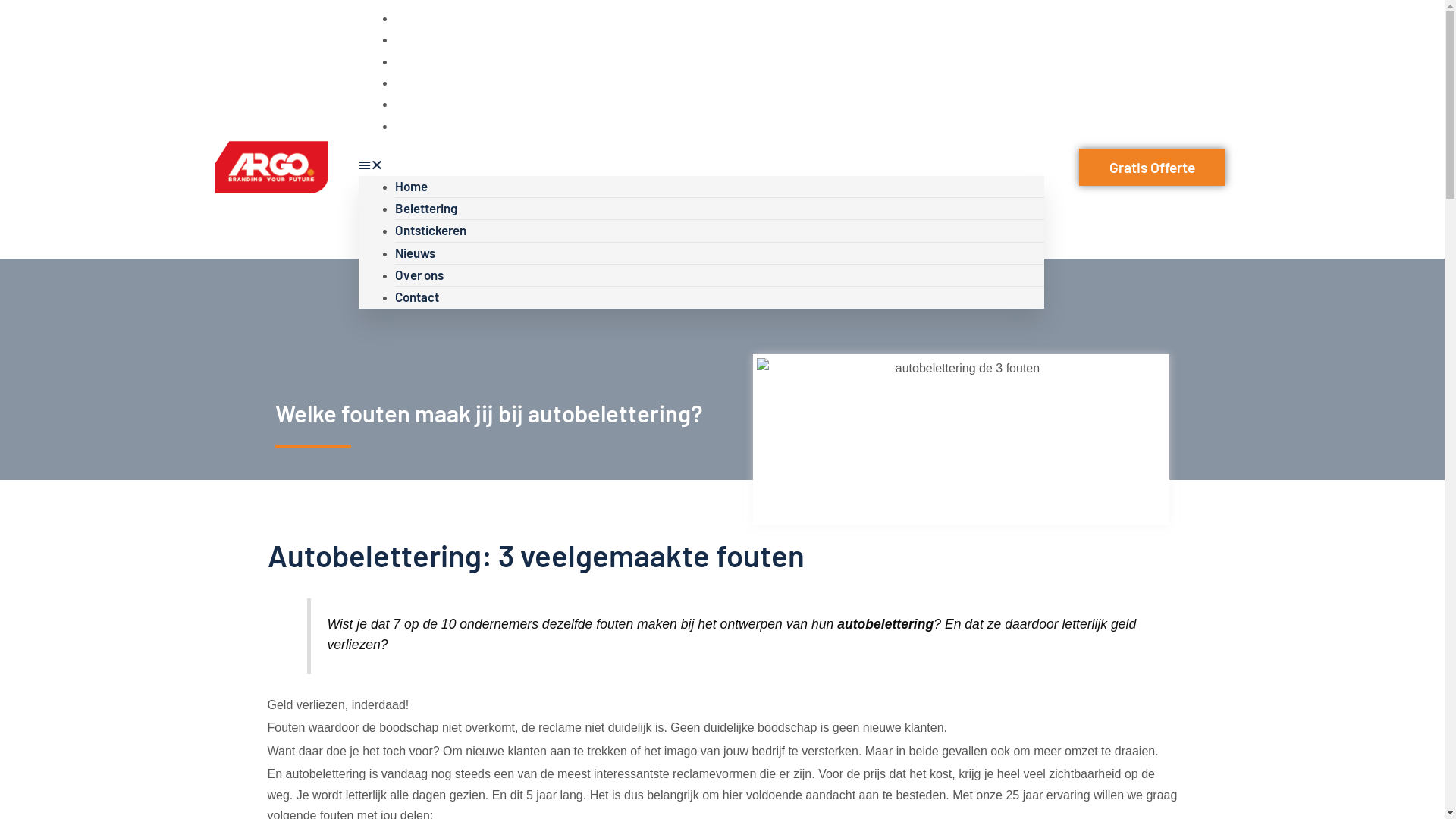 This screenshot has width=1456, height=819. I want to click on 'Home', so click(410, 185).